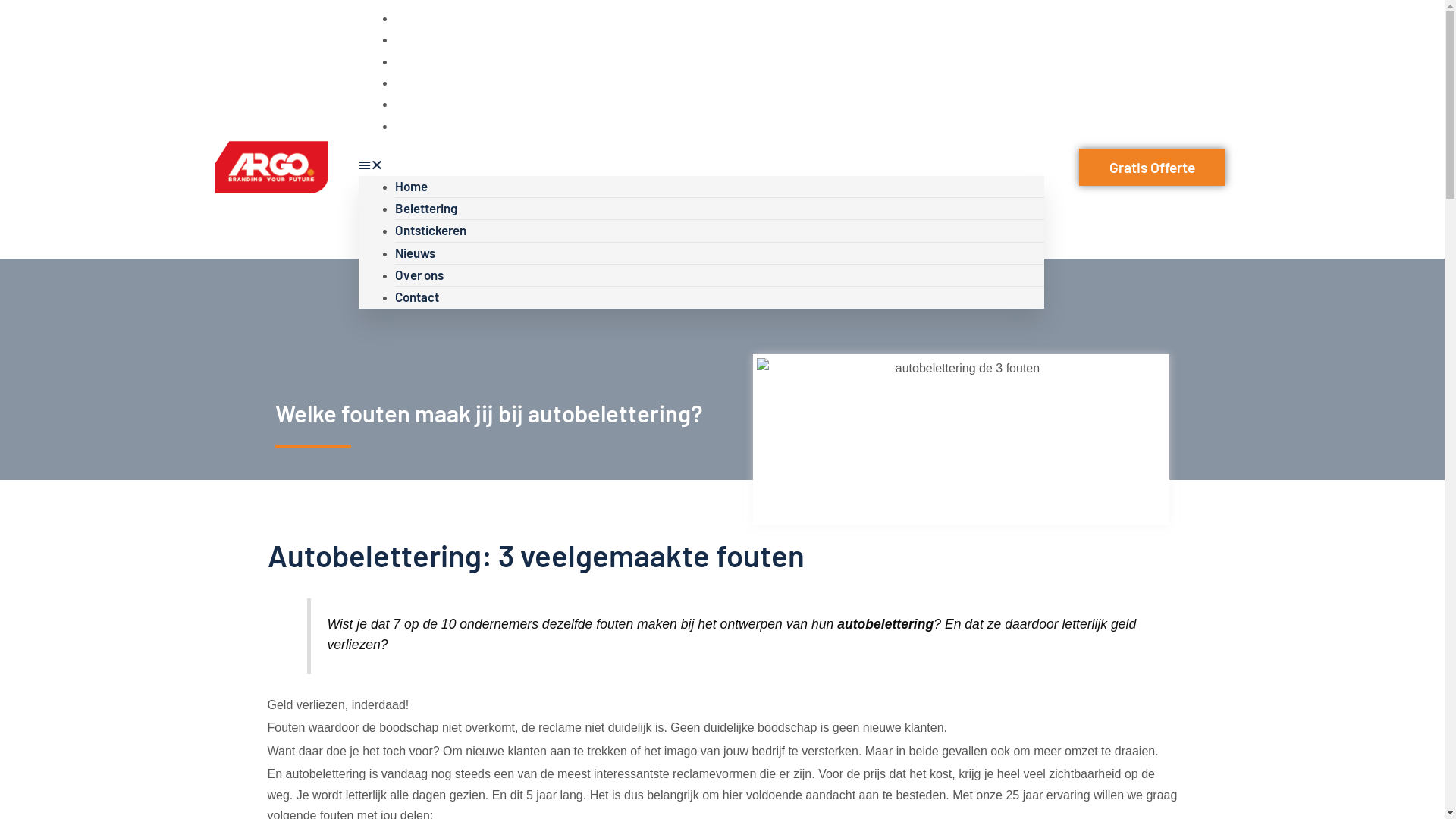 This screenshot has width=1456, height=819. I want to click on 'Home', so click(410, 185).